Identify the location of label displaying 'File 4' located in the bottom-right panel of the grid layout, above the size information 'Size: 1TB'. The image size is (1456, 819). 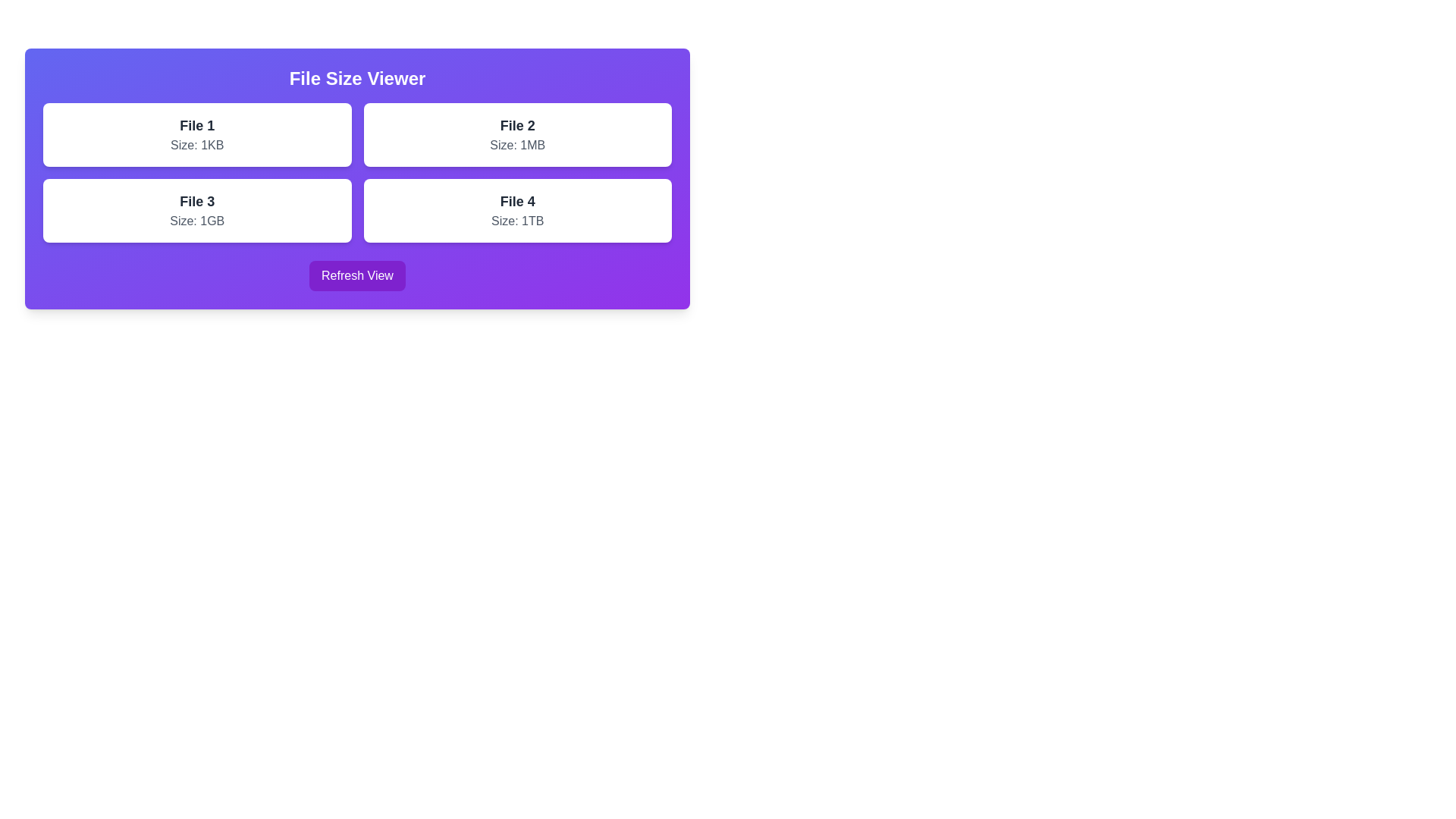
(517, 201).